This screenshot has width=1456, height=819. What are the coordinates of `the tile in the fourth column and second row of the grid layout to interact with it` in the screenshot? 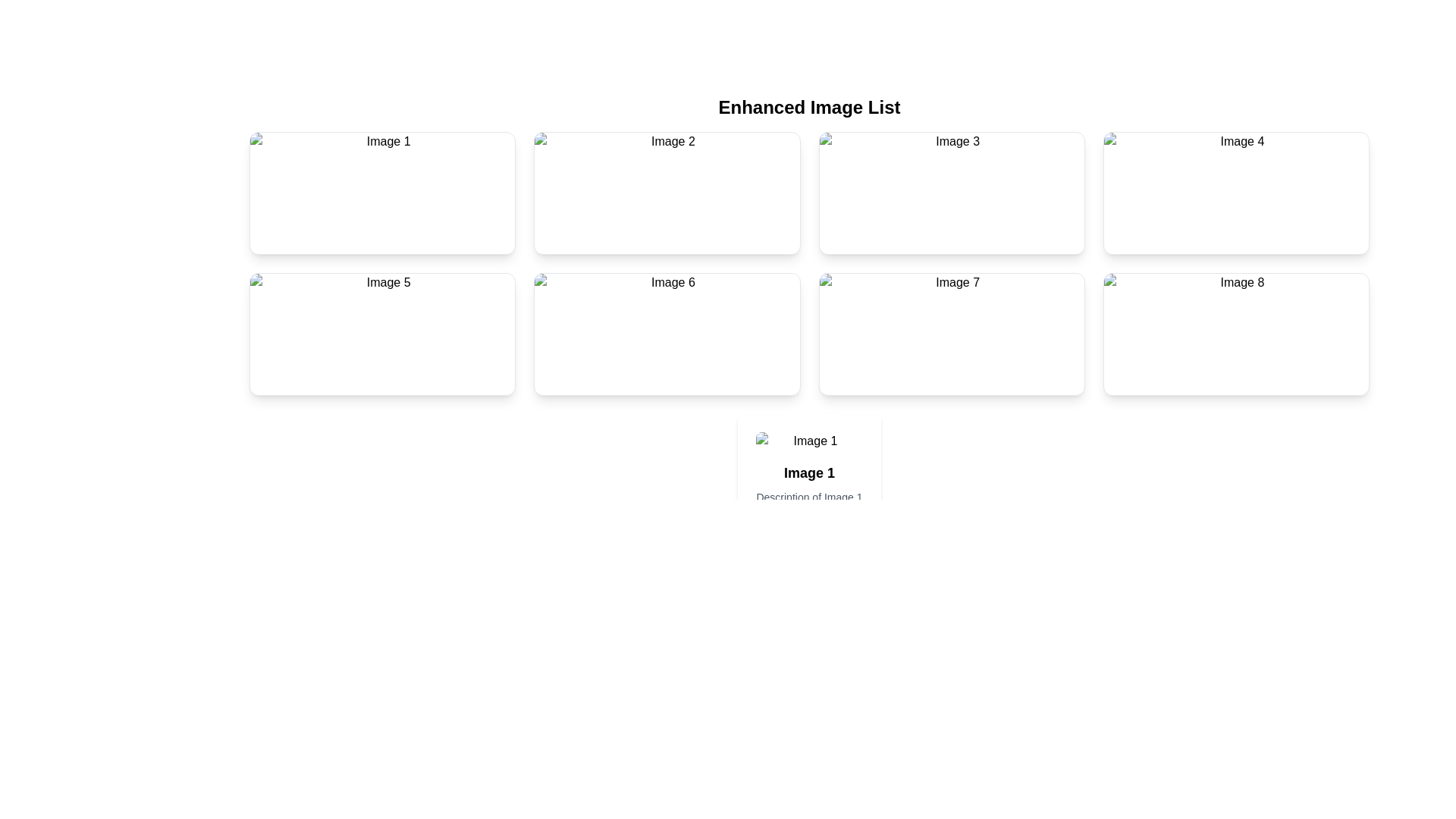 It's located at (1236, 333).